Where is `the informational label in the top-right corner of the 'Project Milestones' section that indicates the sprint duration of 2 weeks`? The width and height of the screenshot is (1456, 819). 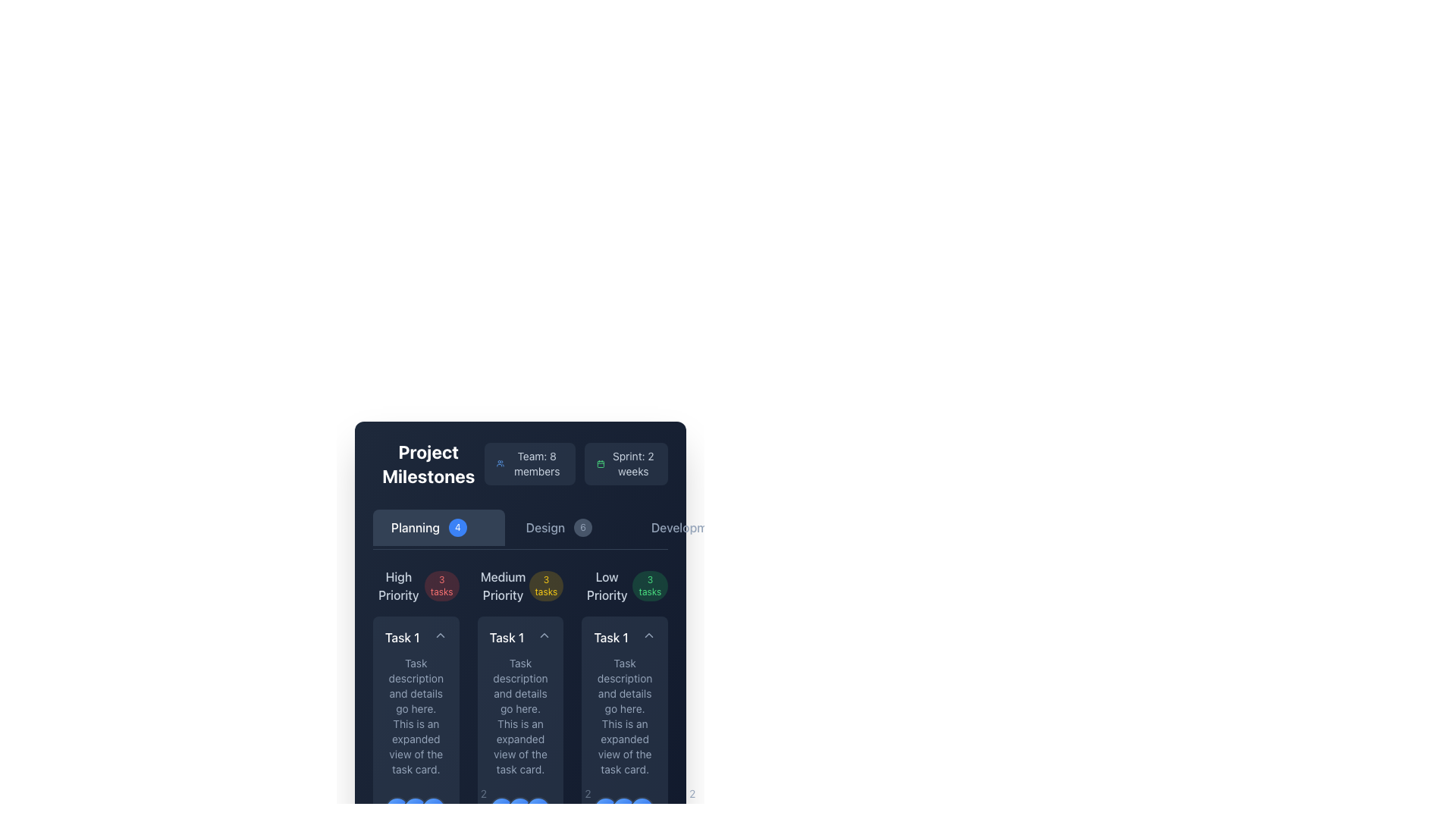 the informational label in the top-right corner of the 'Project Milestones' section that indicates the sprint duration of 2 weeks is located at coordinates (626, 463).